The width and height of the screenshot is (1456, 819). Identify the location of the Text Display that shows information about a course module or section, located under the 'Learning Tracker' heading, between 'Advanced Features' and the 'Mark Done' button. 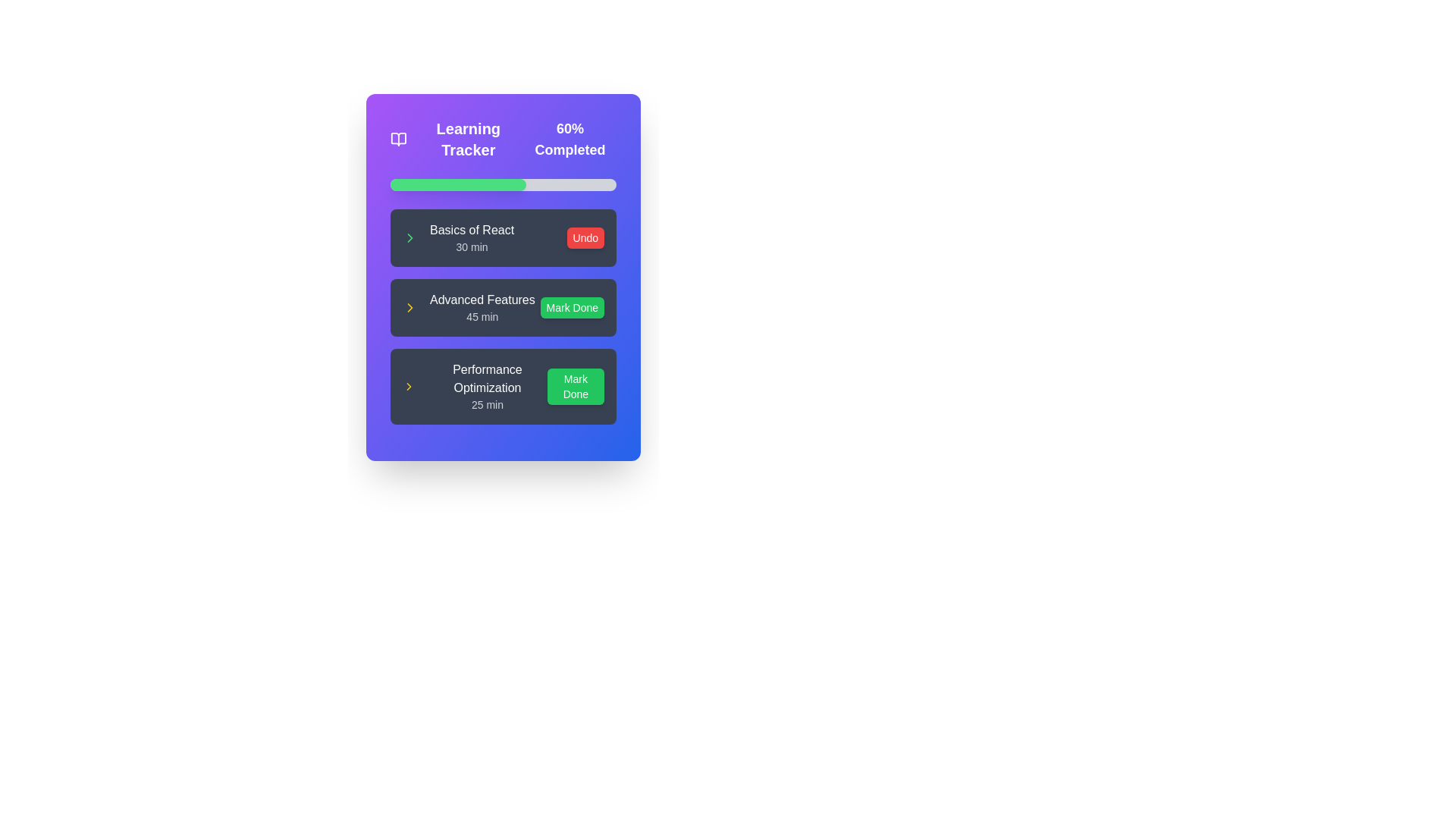
(488, 385).